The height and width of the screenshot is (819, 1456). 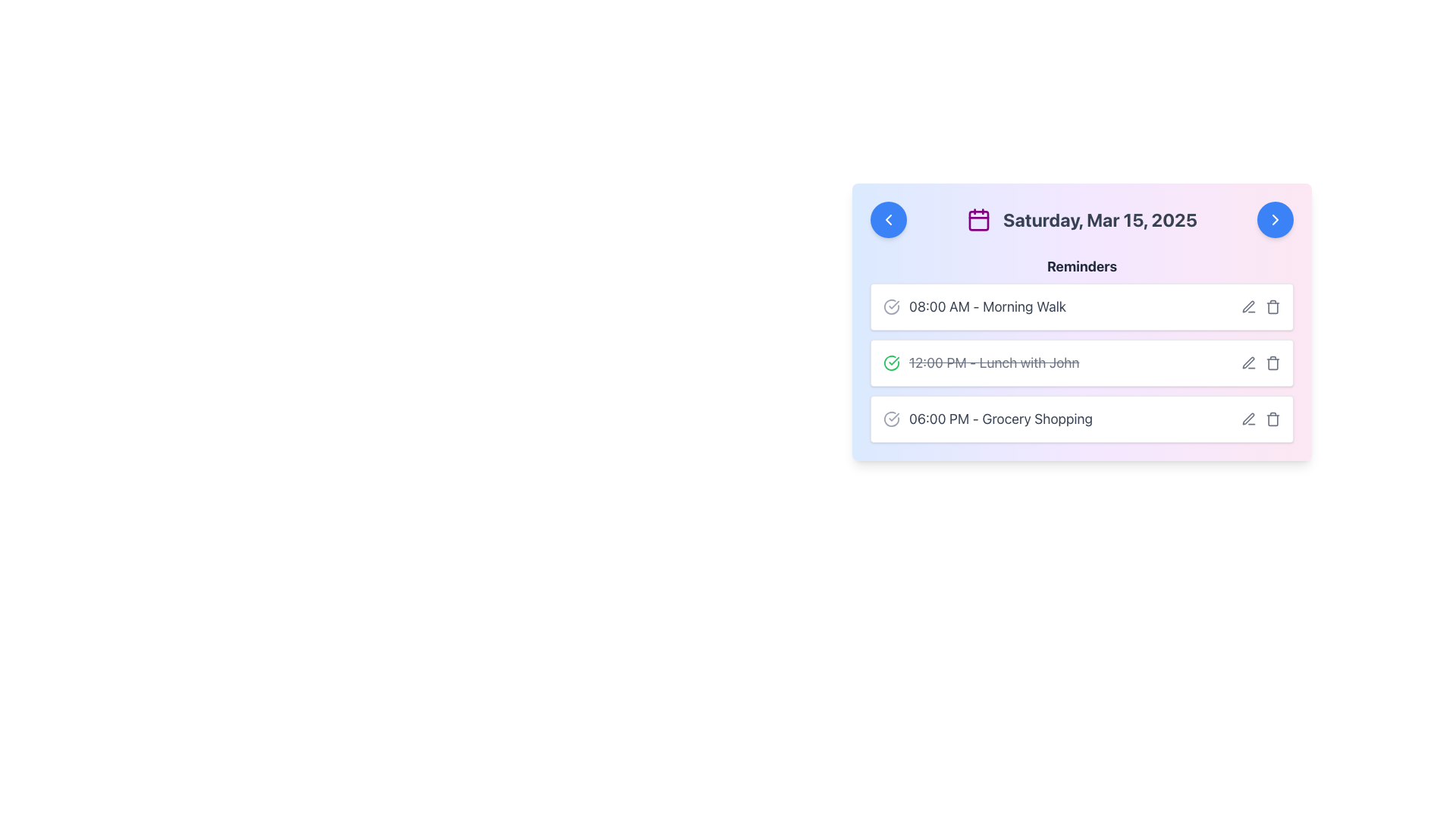 I want to click on the chevron icon located in the upper-left corner of the card interface, so click(x=888, y=219).